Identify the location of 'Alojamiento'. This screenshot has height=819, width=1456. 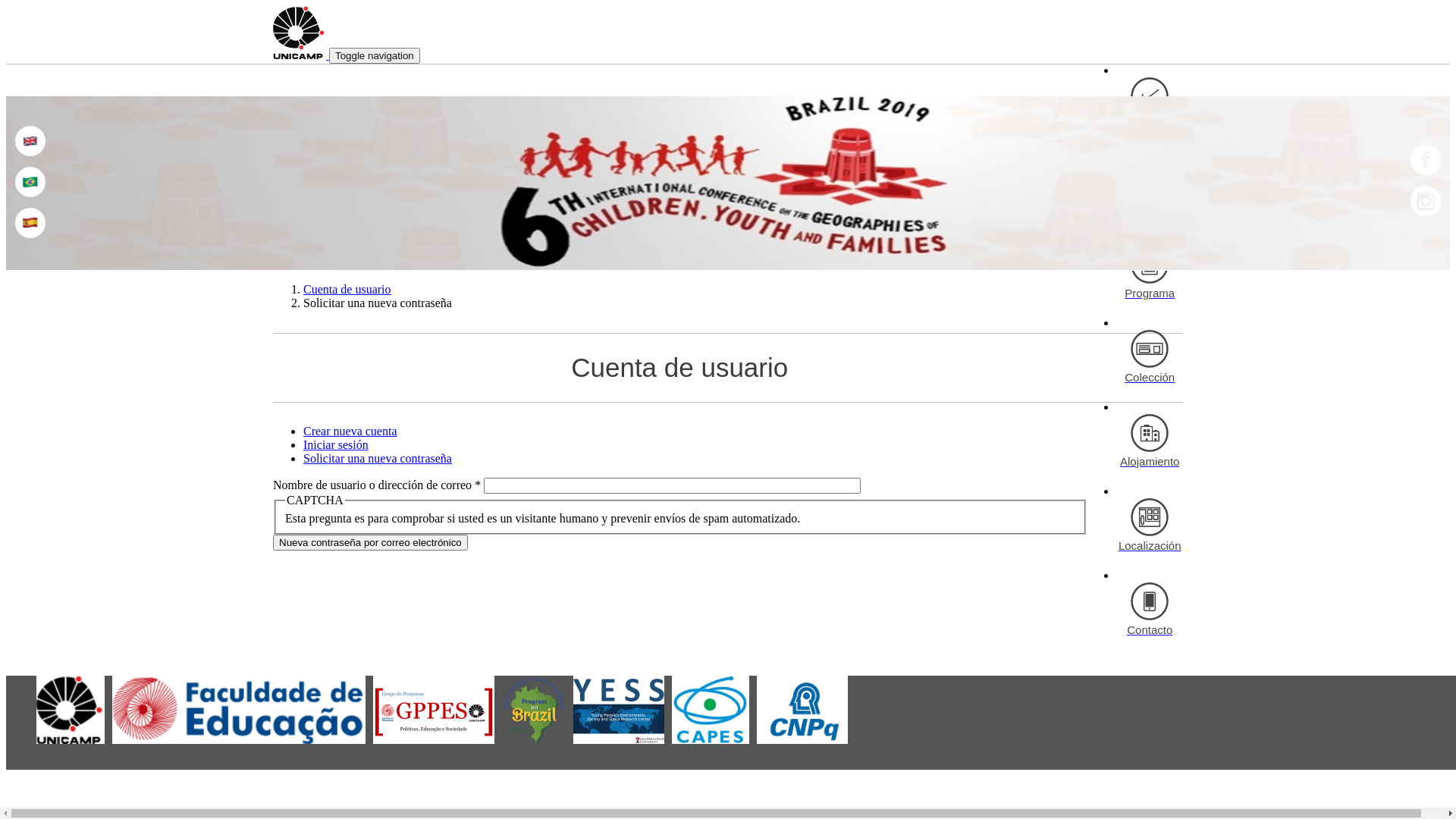
(1150, 441).